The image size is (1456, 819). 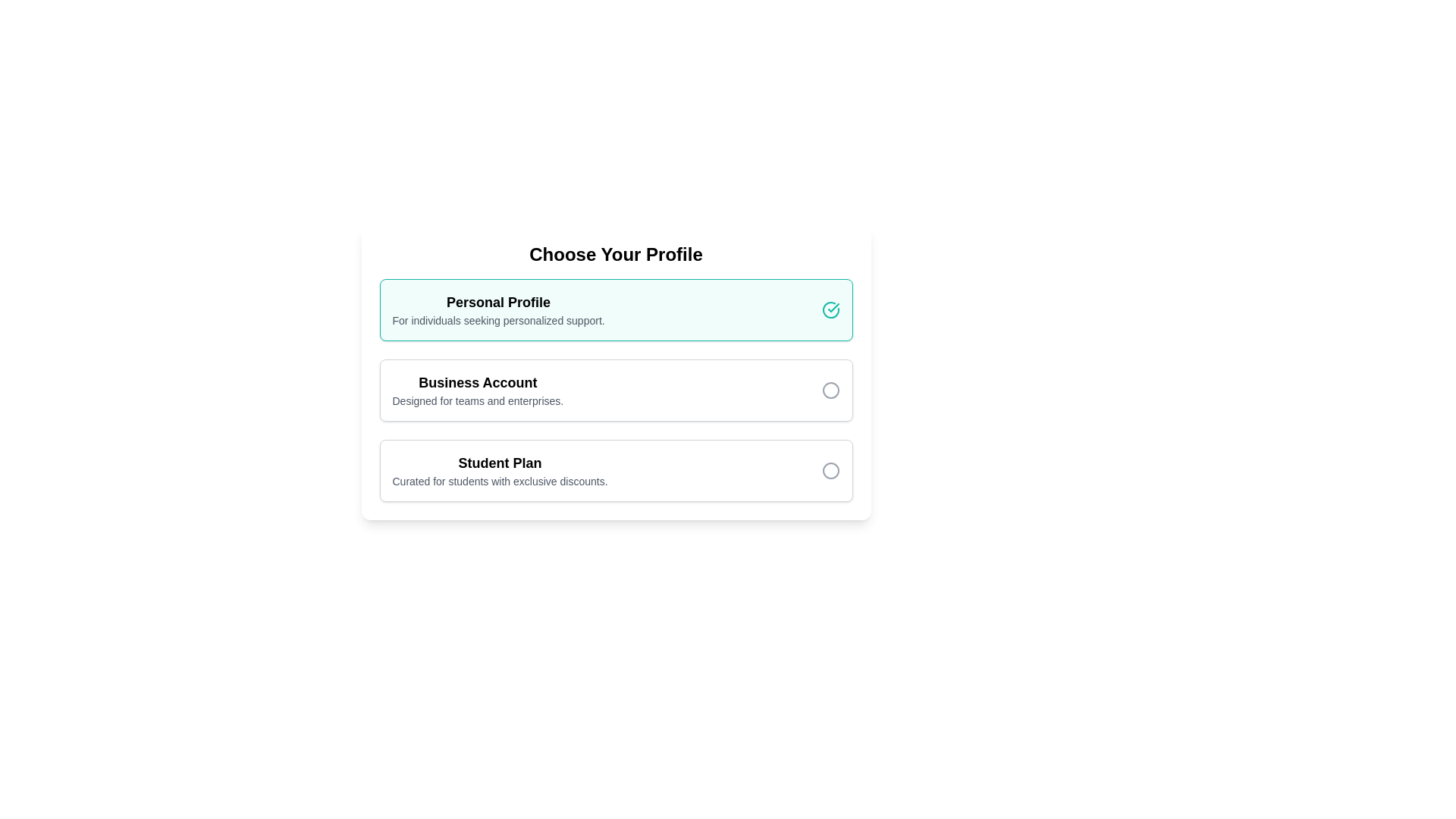 What do you see at coordinates (500, 482) in the screenshot?
I see `descriptive text located beneath the 'Student Plan' heading in the profile selection UI to understand its content` at bounding box center [500, 482].